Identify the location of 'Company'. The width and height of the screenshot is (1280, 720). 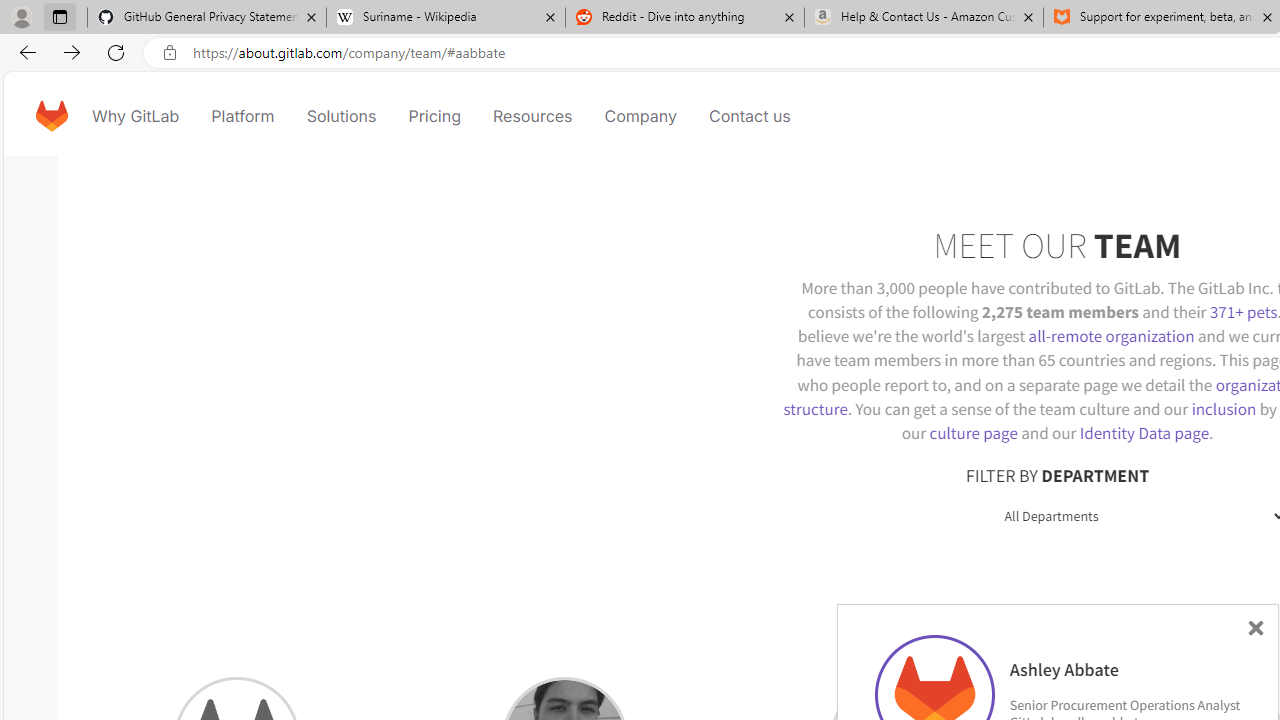
(640, 115).